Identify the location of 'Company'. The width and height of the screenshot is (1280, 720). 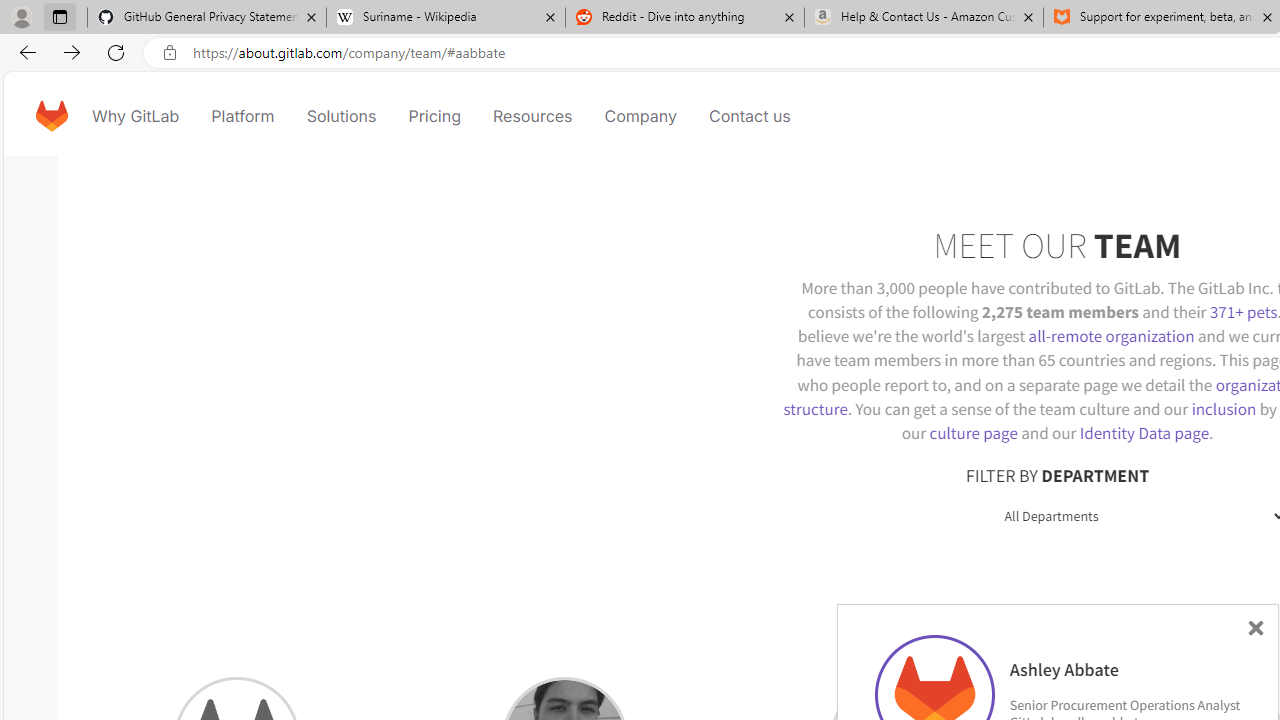
(640, 115).